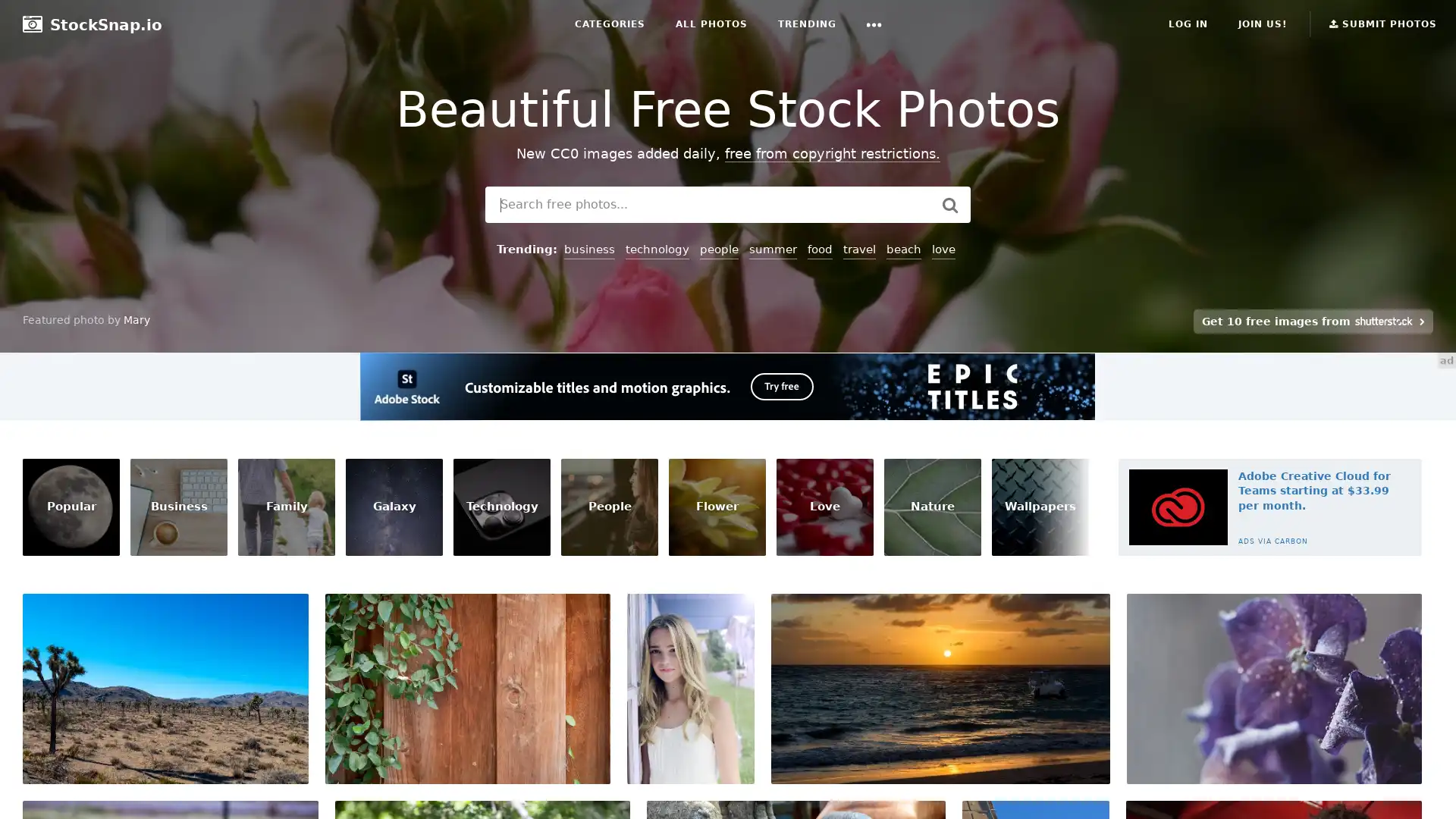 The width and height of the screenshot is (1456, 819). I want to click on Search, so click(949, 205).